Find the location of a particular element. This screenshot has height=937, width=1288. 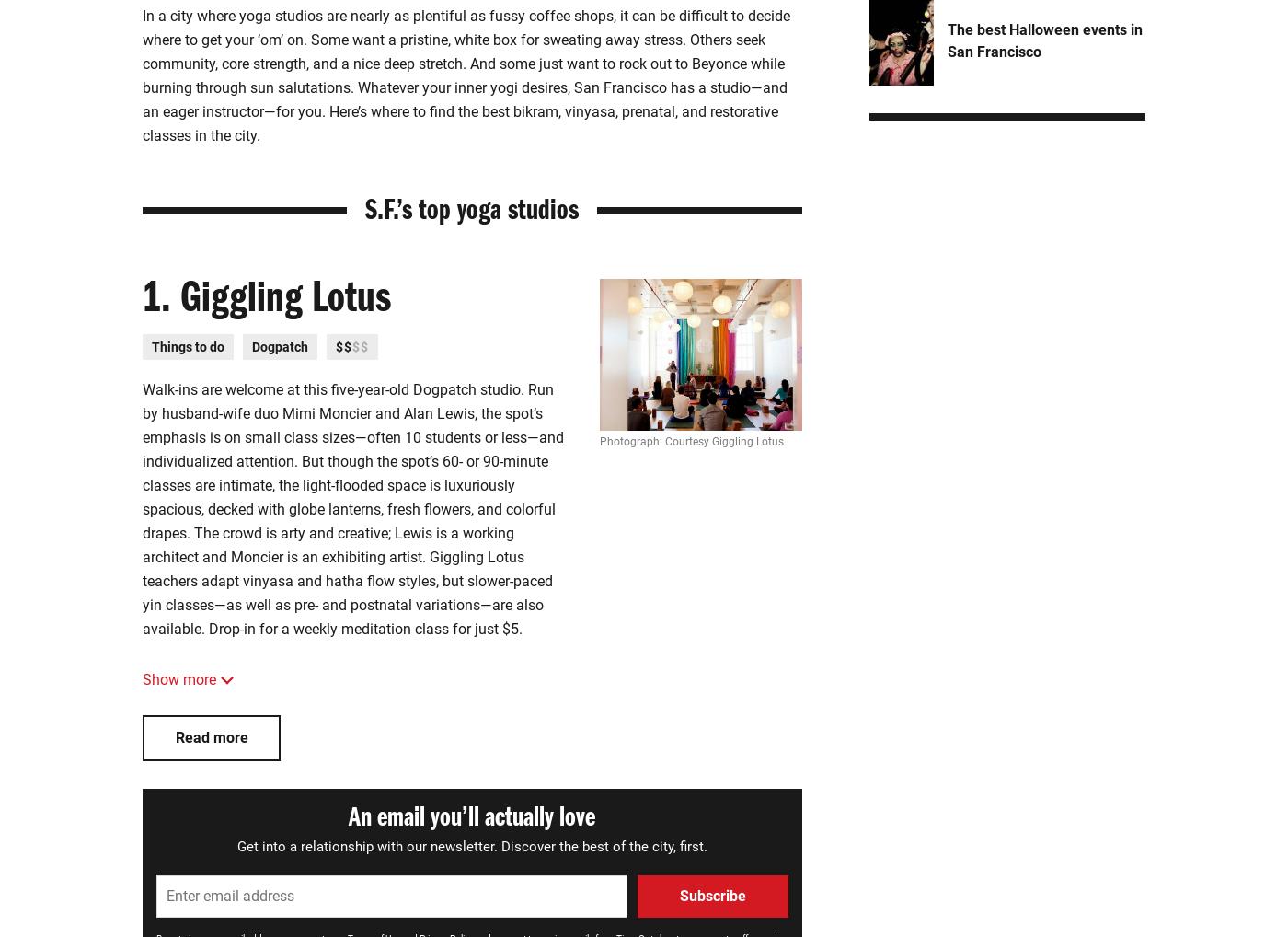

'Things to do' is located at coordinates (188, 346).